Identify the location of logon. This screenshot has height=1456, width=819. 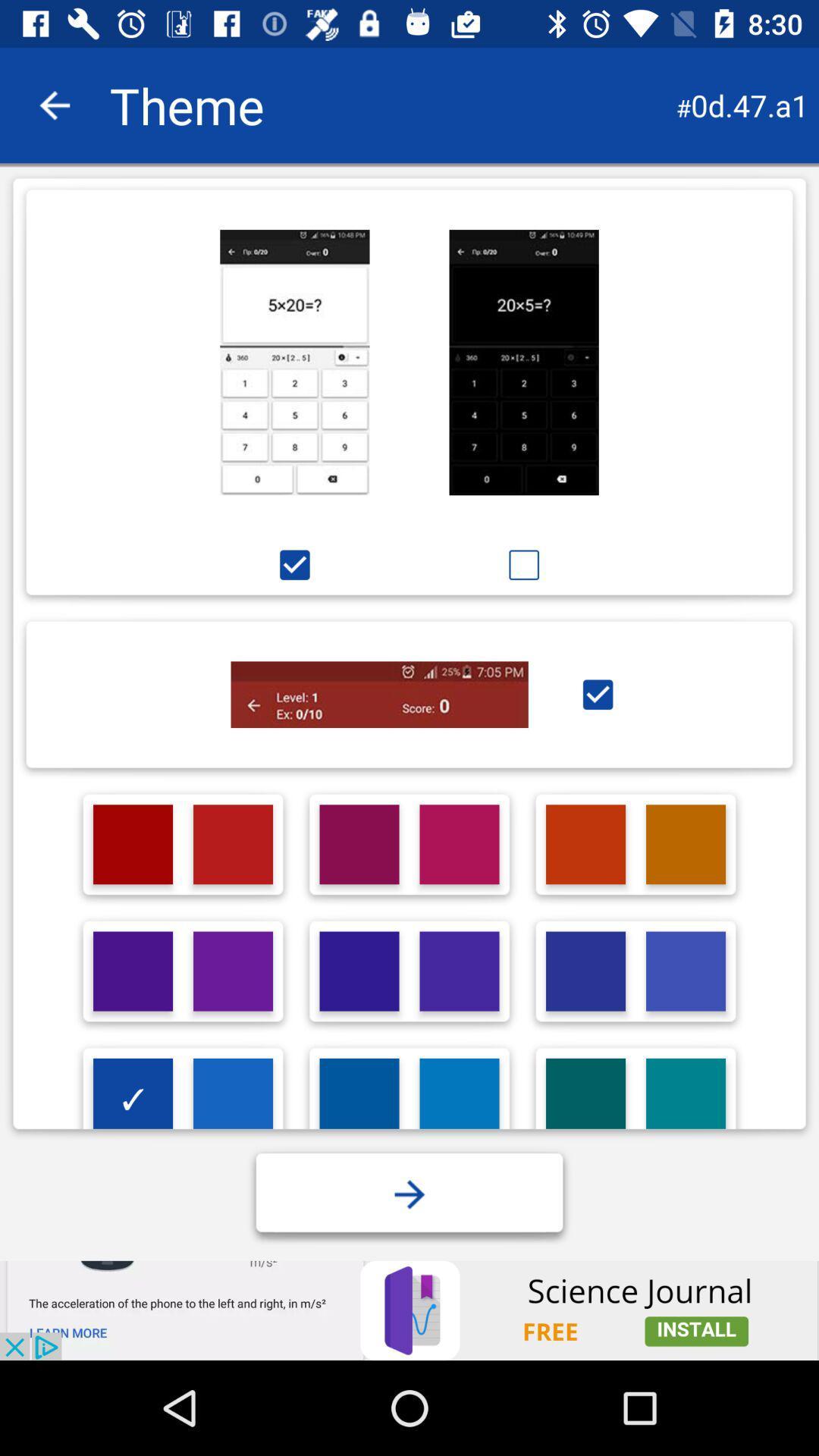
(132, 971).